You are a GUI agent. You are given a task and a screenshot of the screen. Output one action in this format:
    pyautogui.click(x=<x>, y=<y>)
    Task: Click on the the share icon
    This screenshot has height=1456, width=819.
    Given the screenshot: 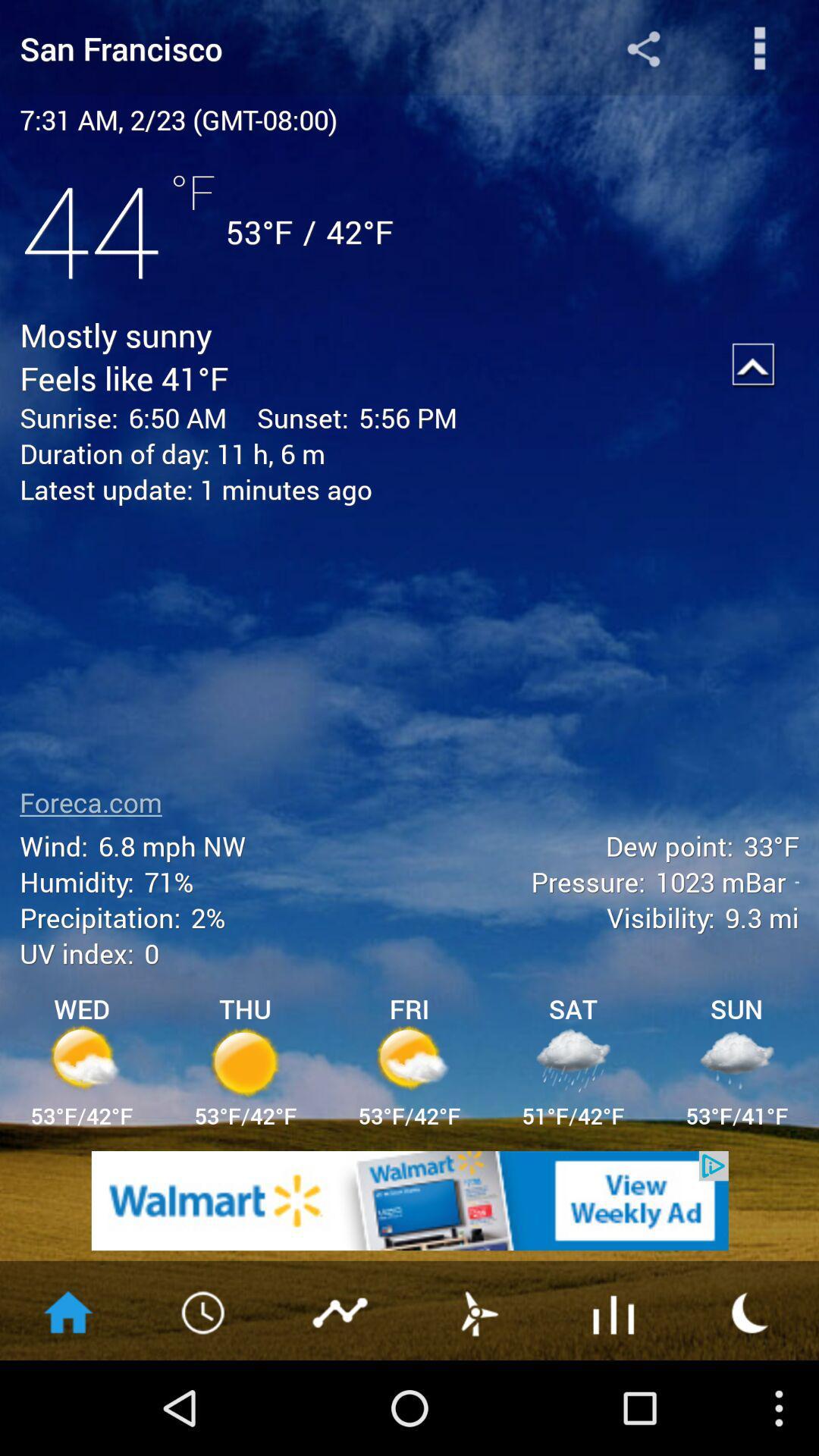 What is the action you would take?
    pyautogui.click(x=643, y=52)
    